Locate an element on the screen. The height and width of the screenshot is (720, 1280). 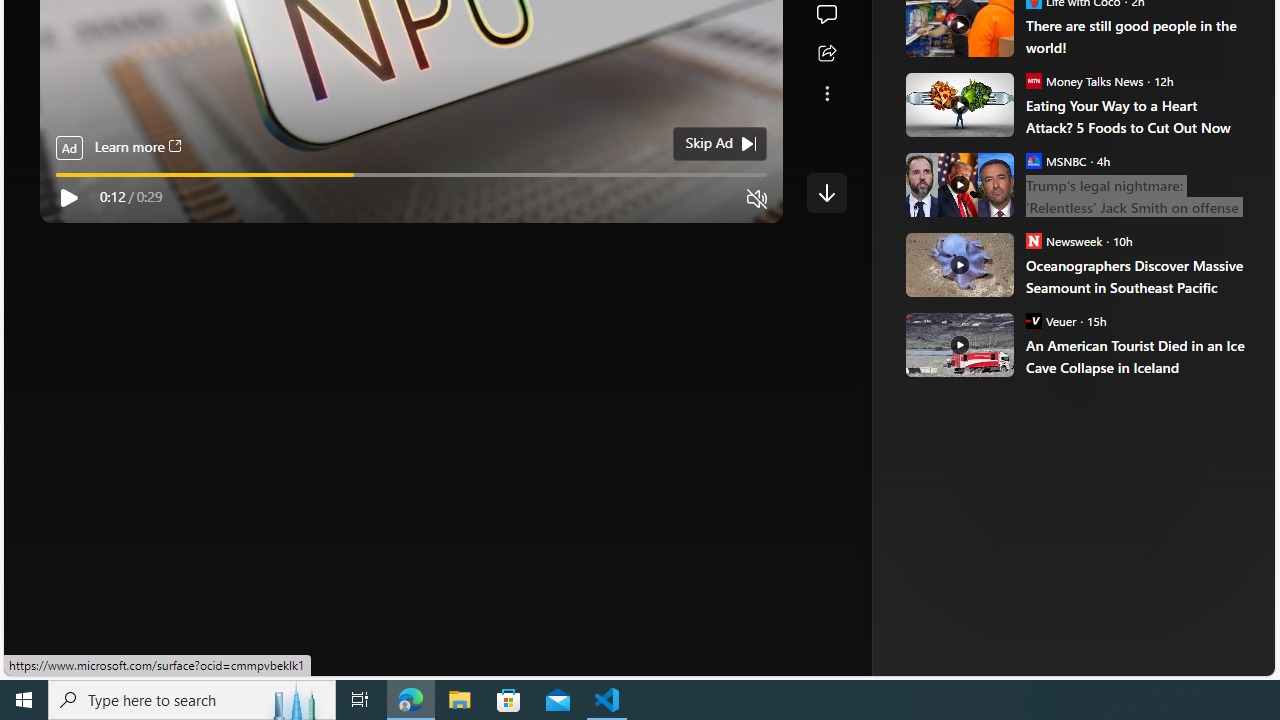
'Newsweek Newsweek' is located at coordinates (1063, 239).